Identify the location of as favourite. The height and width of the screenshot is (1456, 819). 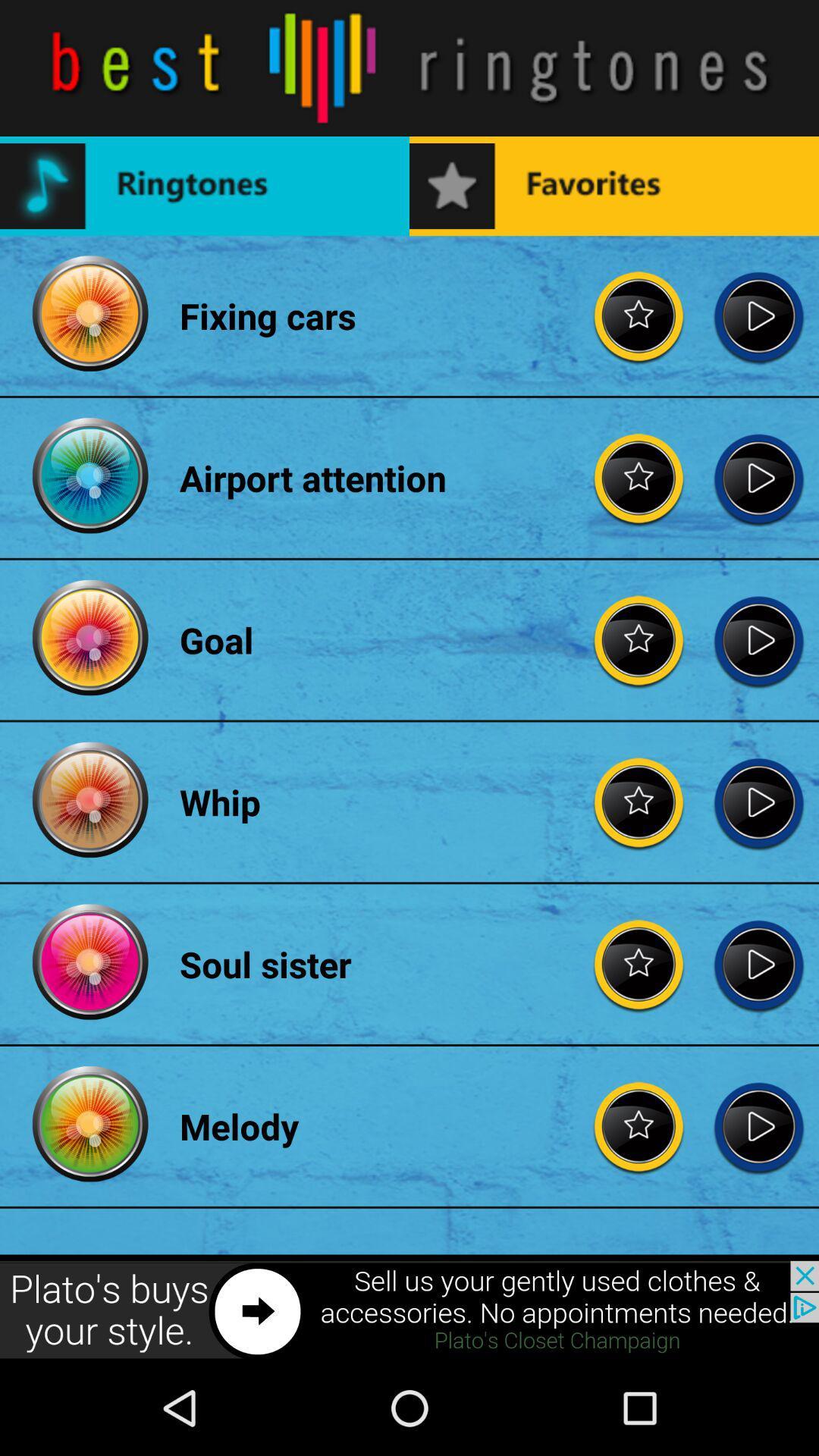
(639, 315).